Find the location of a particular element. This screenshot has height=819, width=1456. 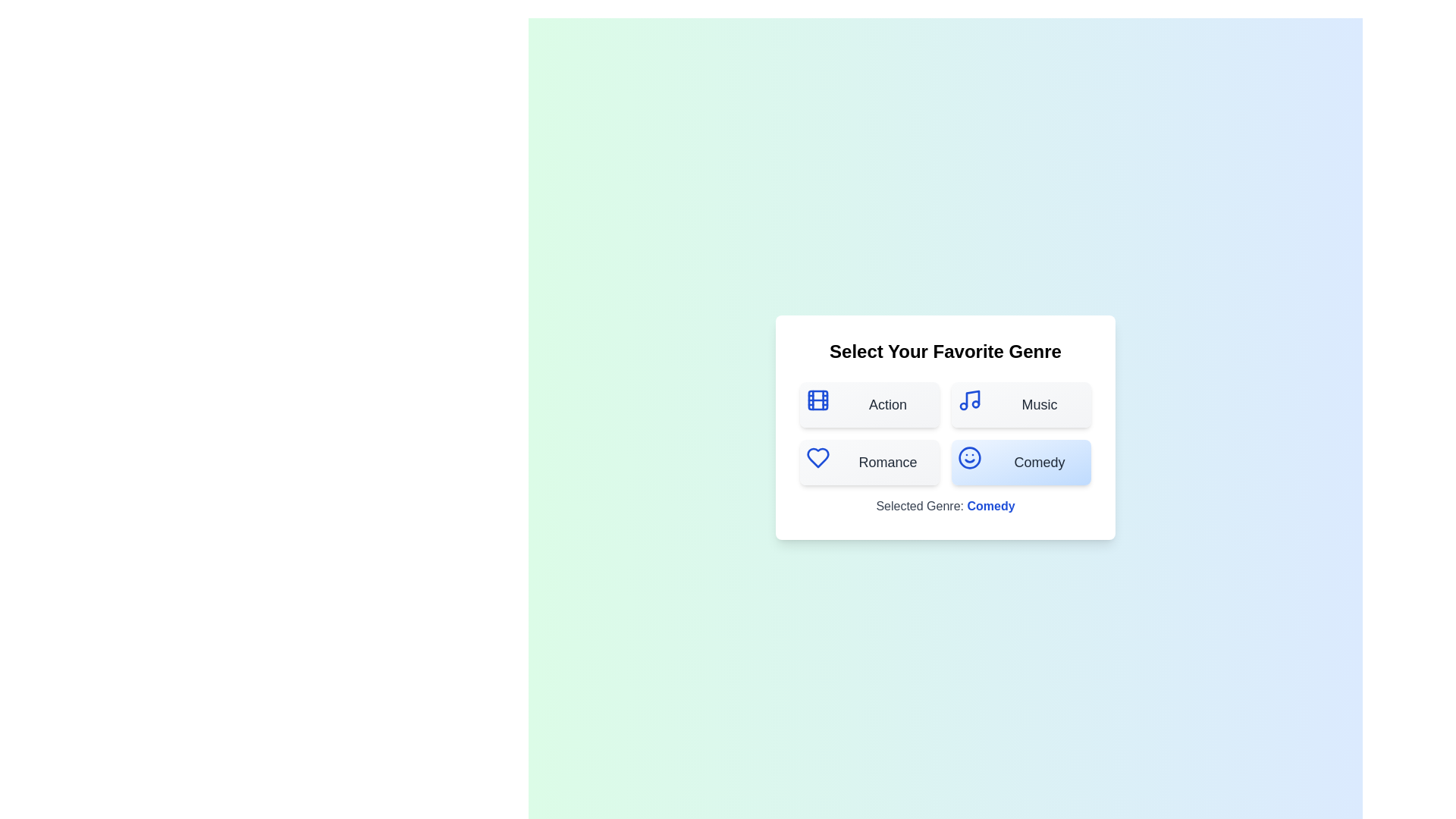

the musical note icon within the 'Music' button located at the top-right corner of the genre selection grid is located at coordinates (972, 397).